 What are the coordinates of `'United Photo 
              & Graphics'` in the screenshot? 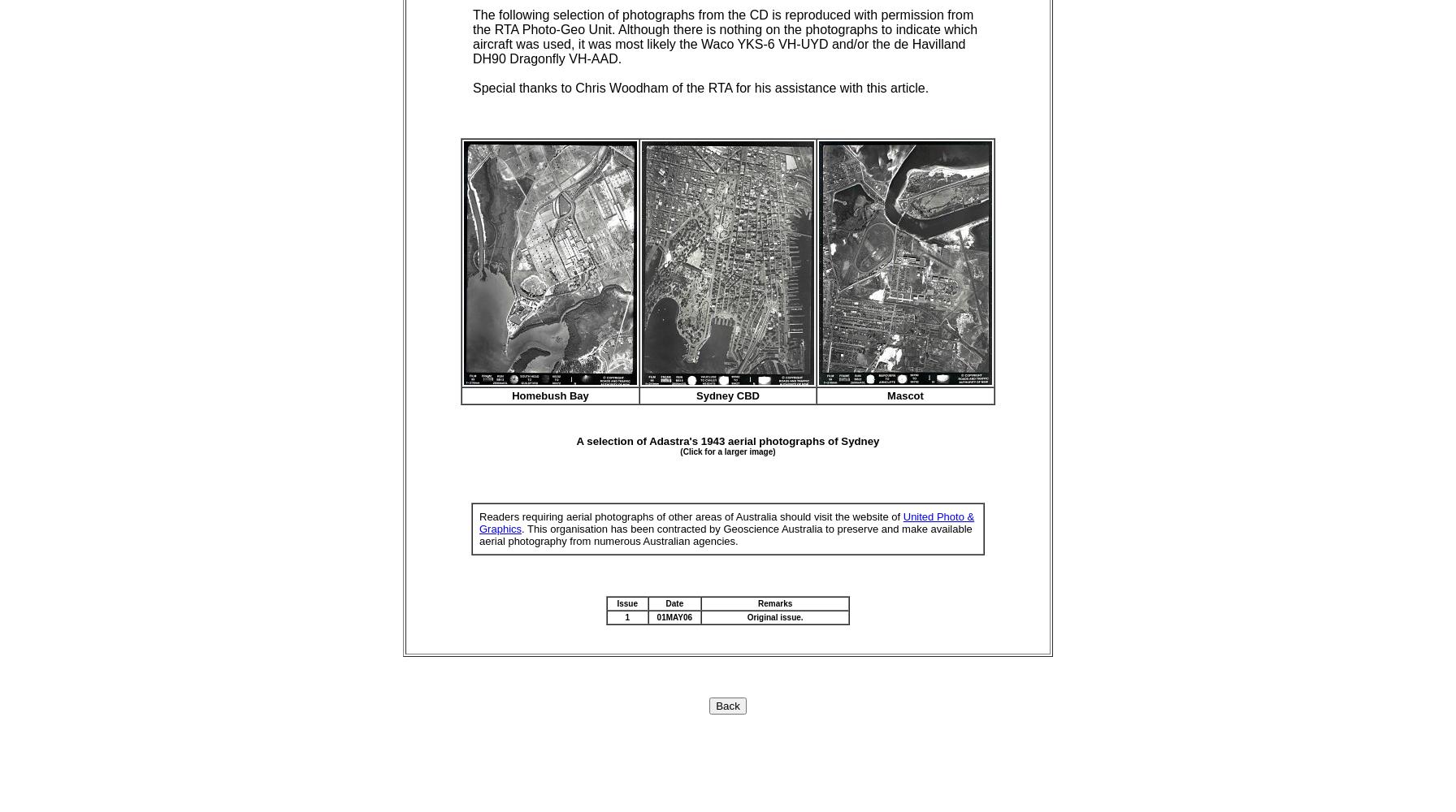 It's located at (479, 522).